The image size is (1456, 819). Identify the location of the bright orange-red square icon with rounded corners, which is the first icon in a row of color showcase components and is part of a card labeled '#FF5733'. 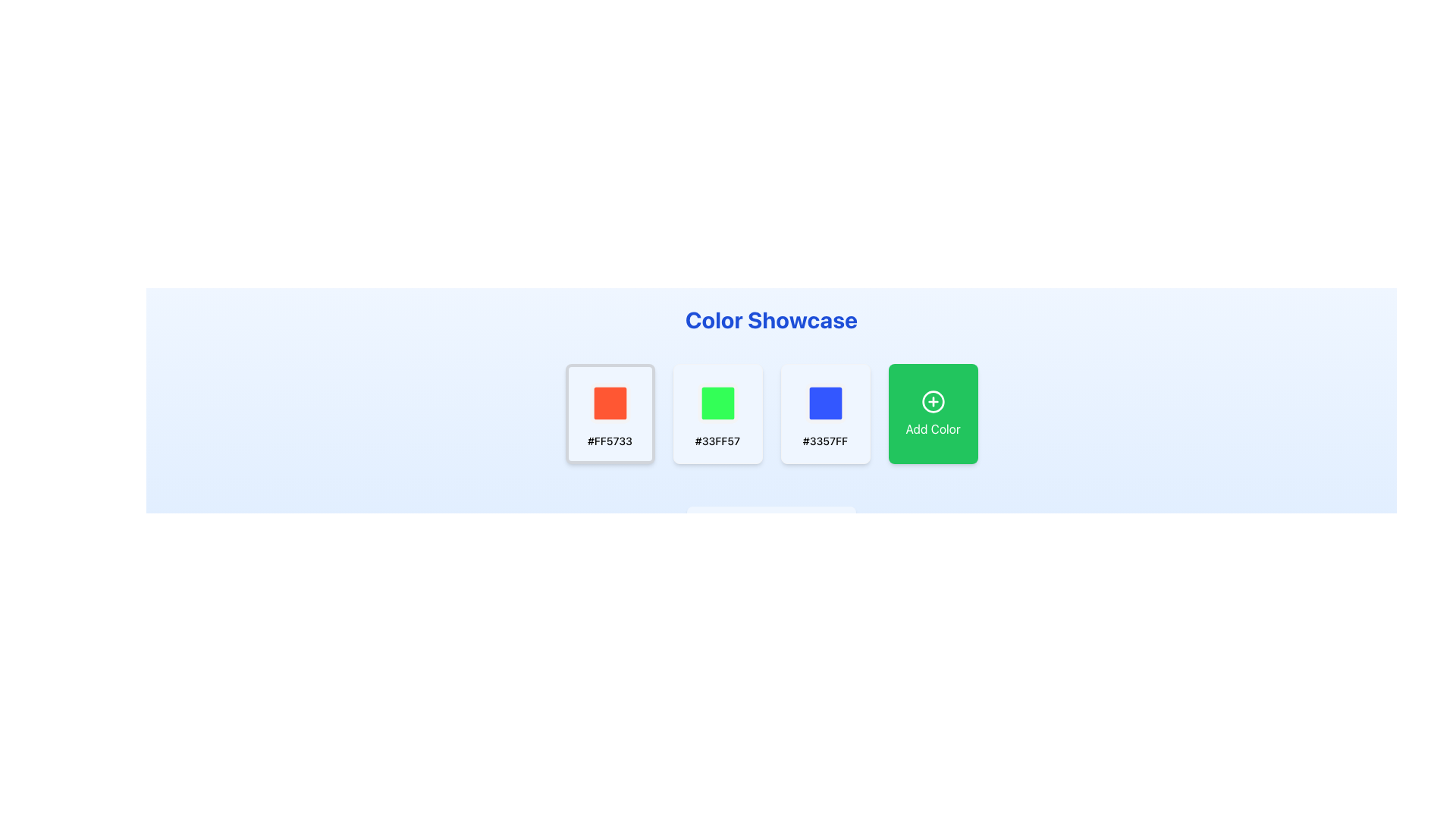
(610, 403).